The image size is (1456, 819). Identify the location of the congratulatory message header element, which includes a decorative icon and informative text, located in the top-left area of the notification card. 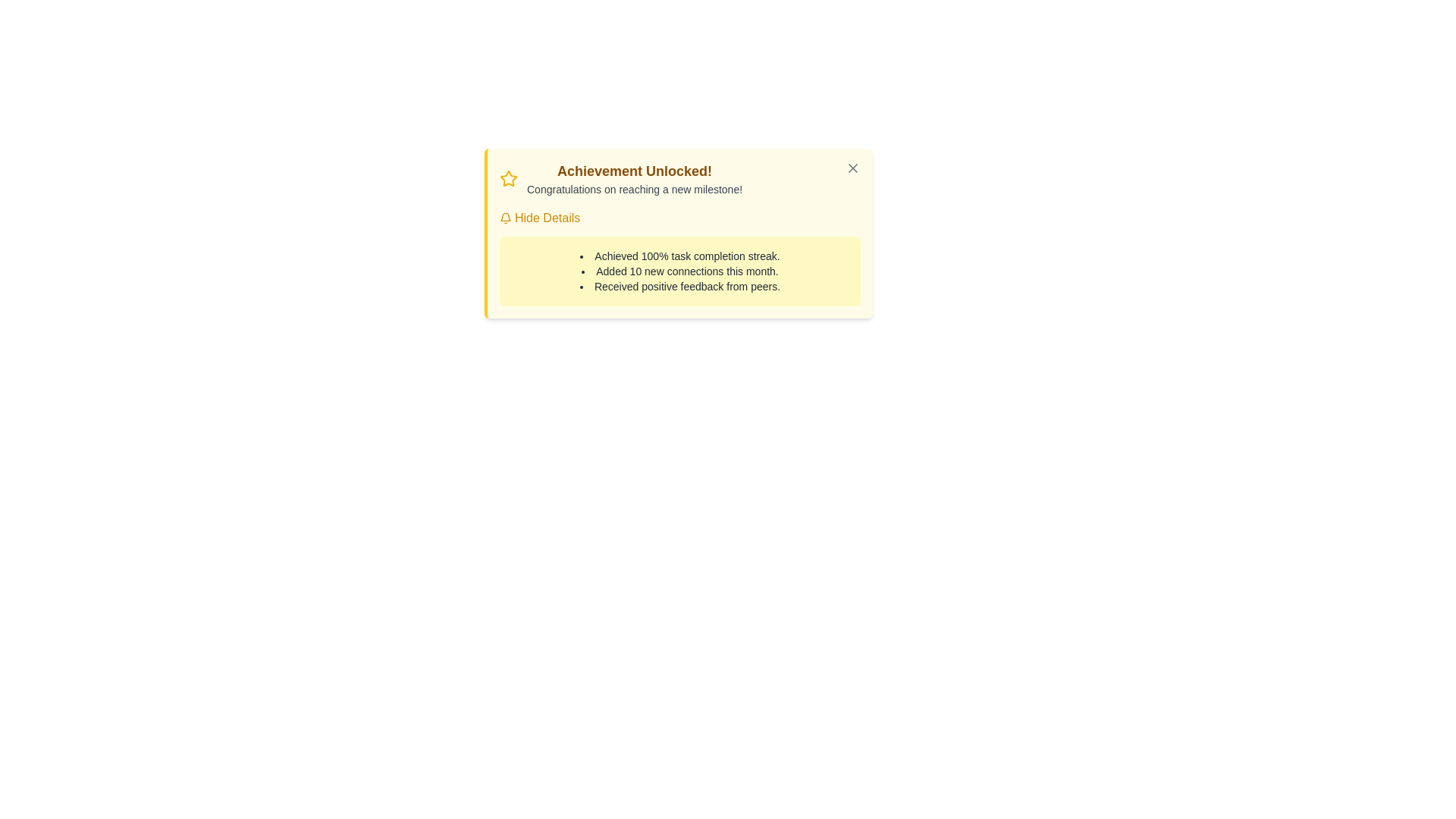
(621, 177).